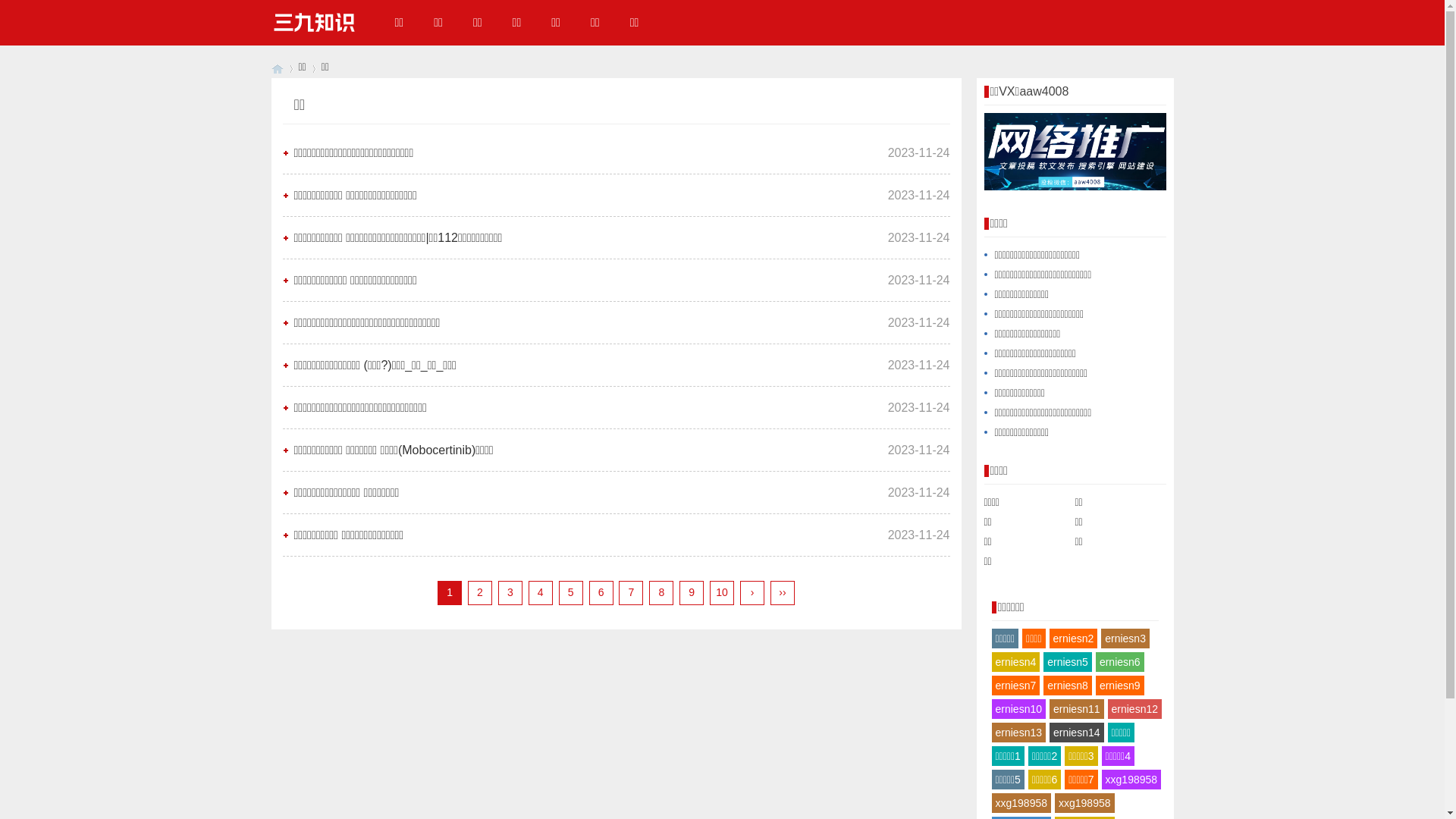  What do you see at coordinates (1066, 661) in the screenshot?
I see `'erniesn5'` at bounding box center [1066, 661].